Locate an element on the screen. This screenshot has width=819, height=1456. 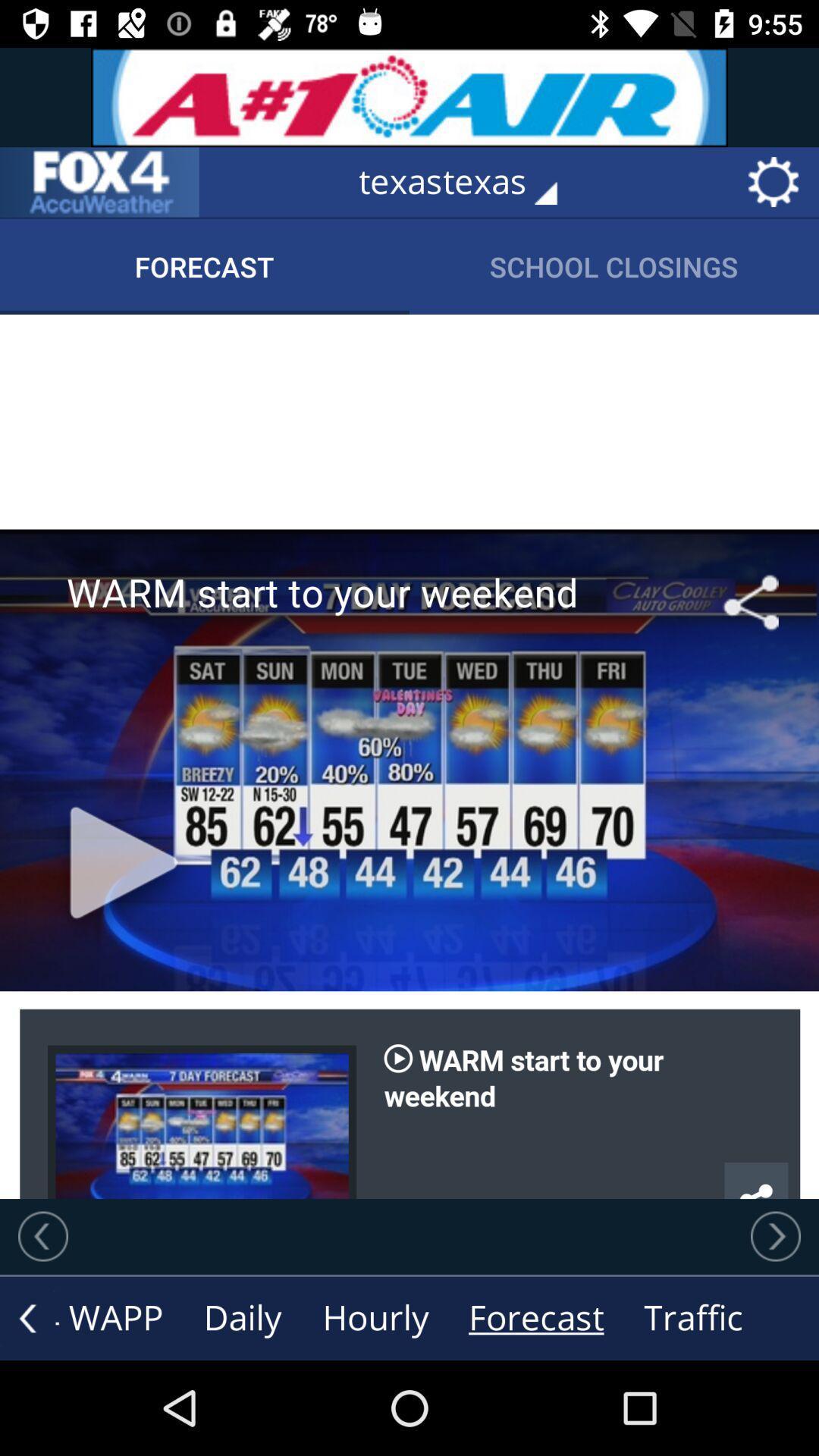
the advertisement on top is located at coordinates (409, 96).